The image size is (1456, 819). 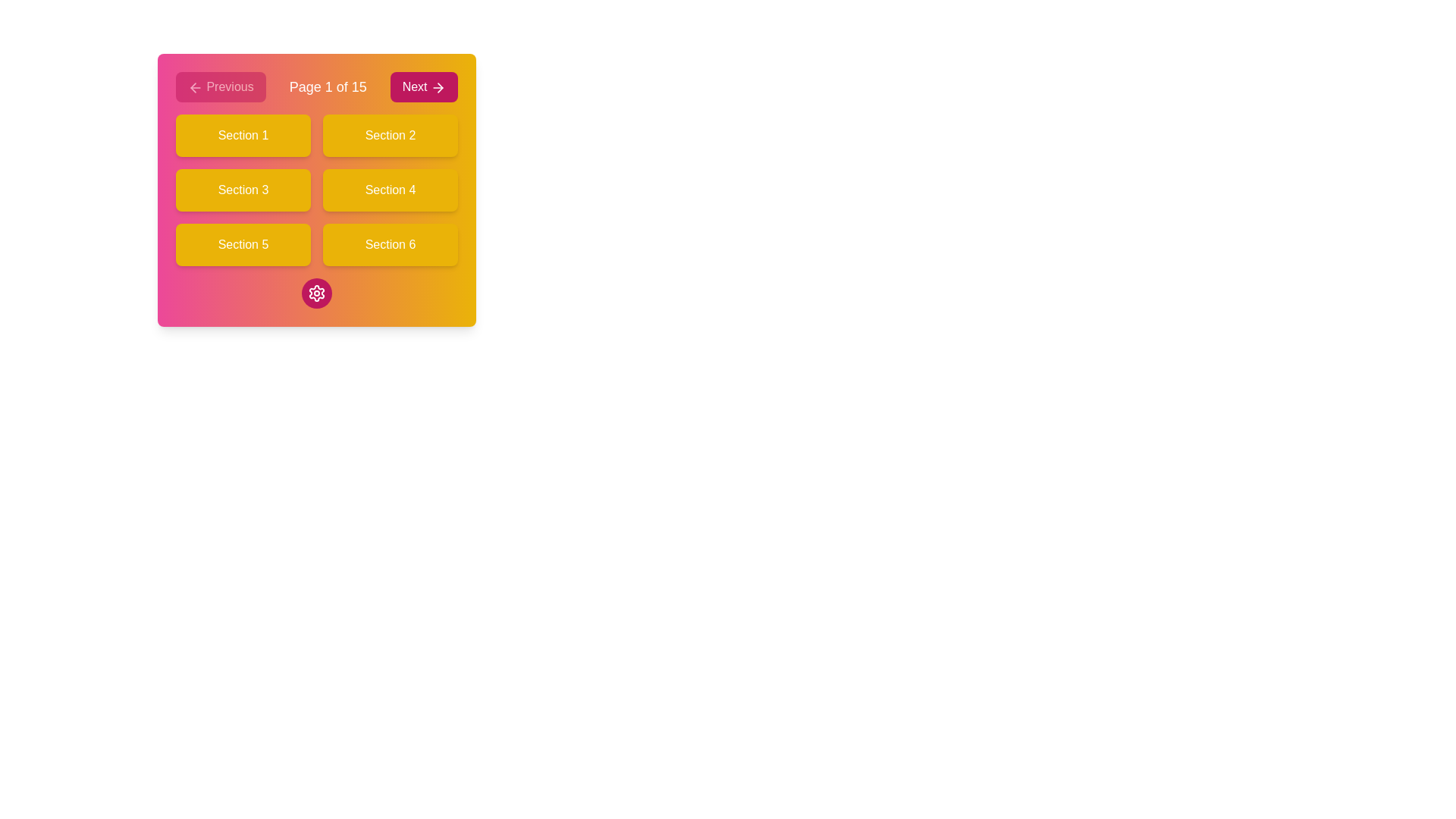 What do you see at coordinates (437, 87) in the screenshot?
I see `the right-facing arrow icon located within the 'Next' button at the top-right of the primary card interface` at bounding box center [437, 87].